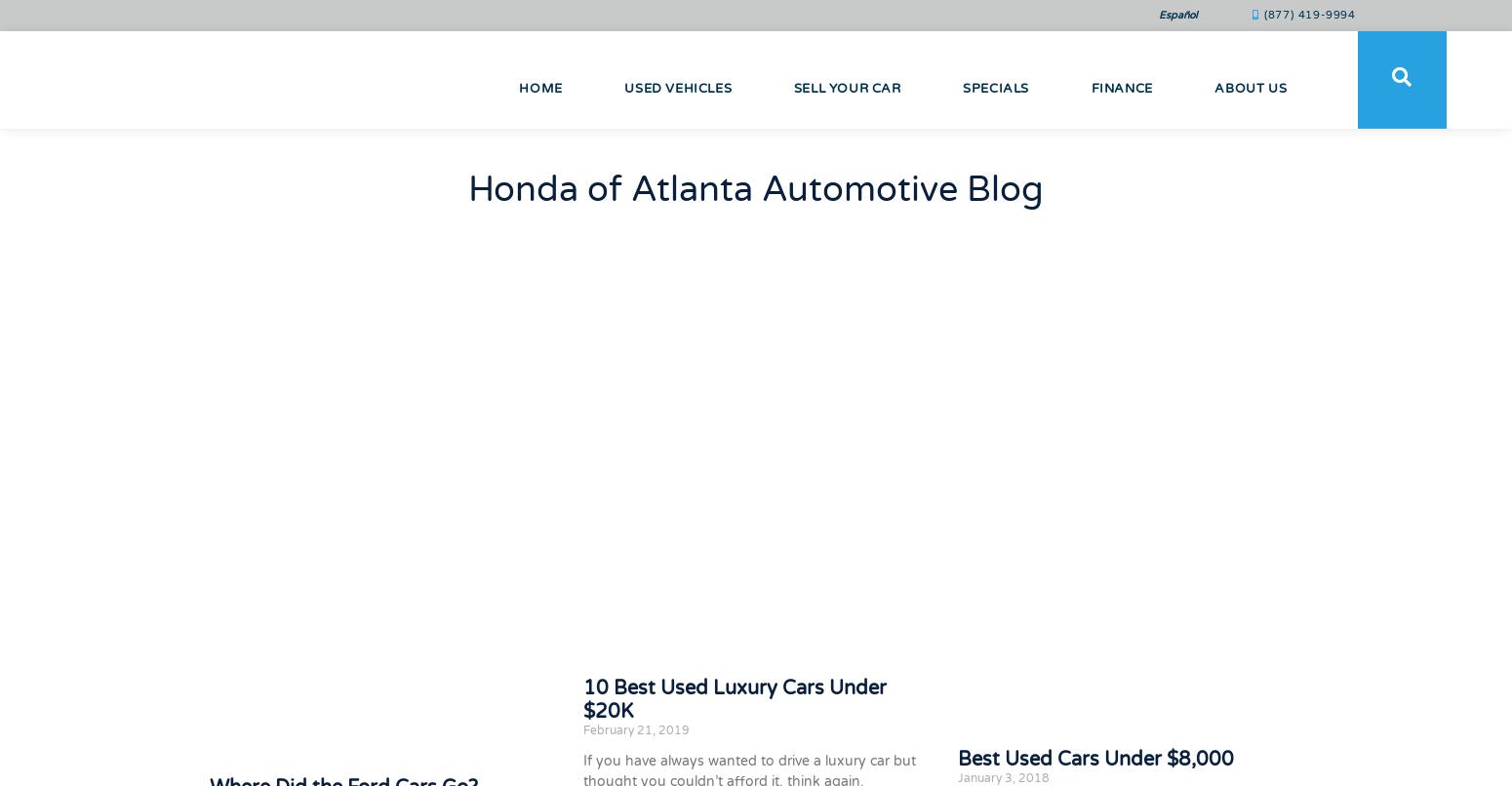  Describe the element at coordinates (1159, 15) in the screenshot. I see `'Español'` at that location.